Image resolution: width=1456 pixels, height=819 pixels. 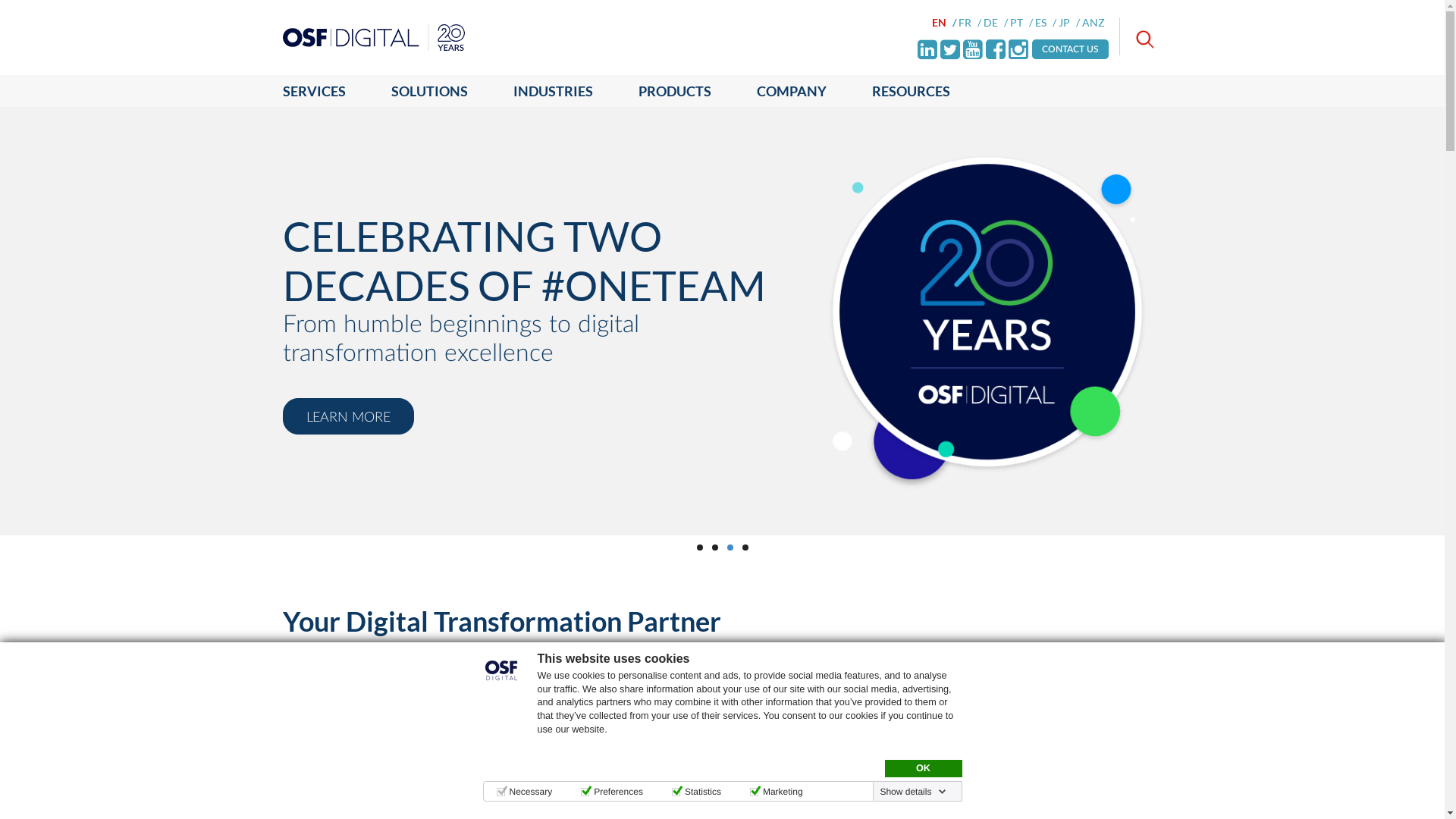 What do you see at coordinates (877, 791) in the screenshot?
I see `'Show details'` at bounding box center [877, 791].